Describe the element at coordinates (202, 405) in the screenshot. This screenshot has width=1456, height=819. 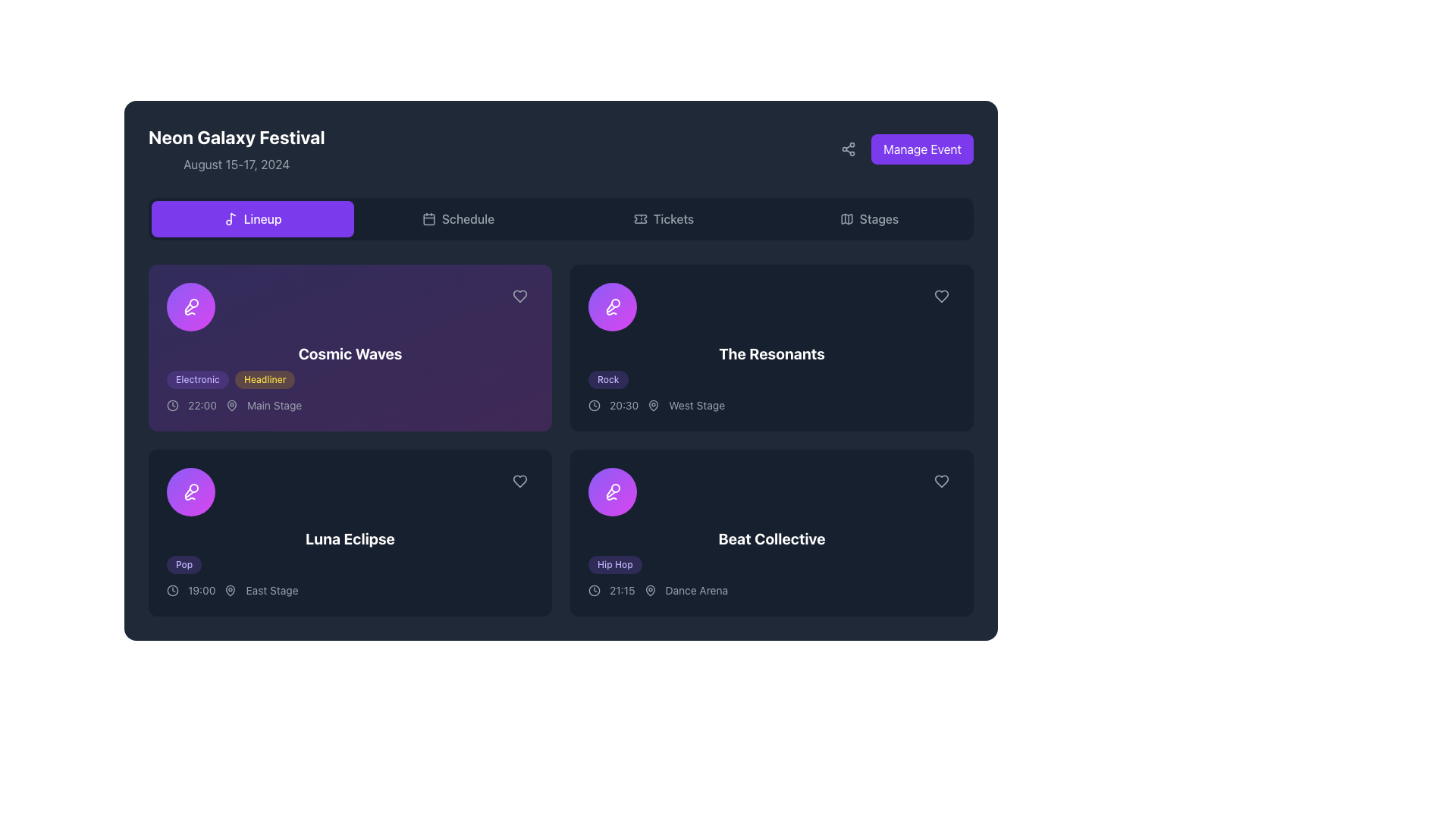
I see `time information displayed on the text label showing '22:00', which is located within the 'Cosmic Waves' event card, positioned to the right of the clock icon and to the left of the 'Main Stage' label` at that location.